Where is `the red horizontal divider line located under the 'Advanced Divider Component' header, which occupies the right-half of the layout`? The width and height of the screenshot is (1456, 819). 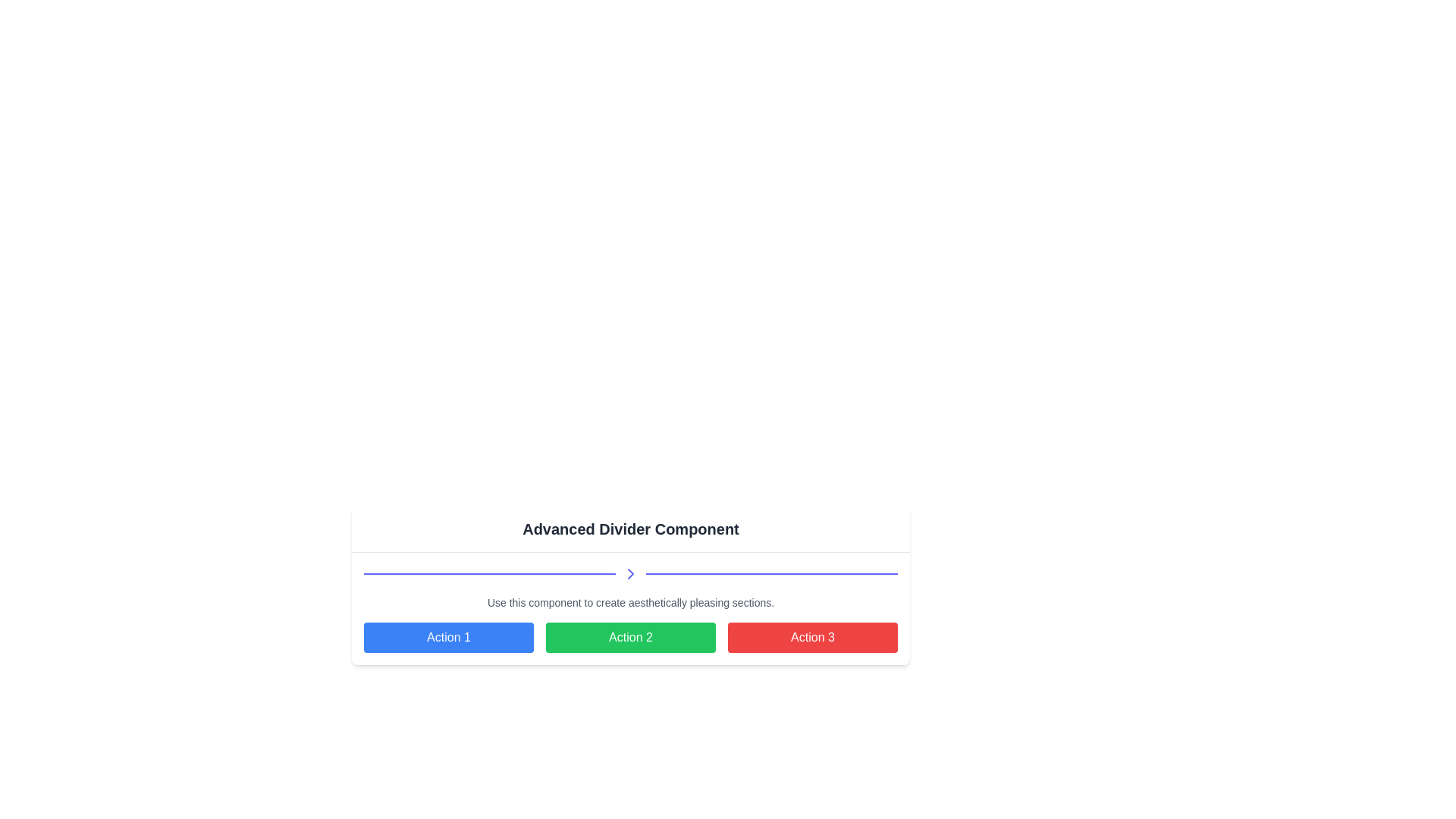 the red horizontal divider line located under the 'Advanced Divider Component' header, which occupies the right-half of the layout is located at coordinates (771, 573).